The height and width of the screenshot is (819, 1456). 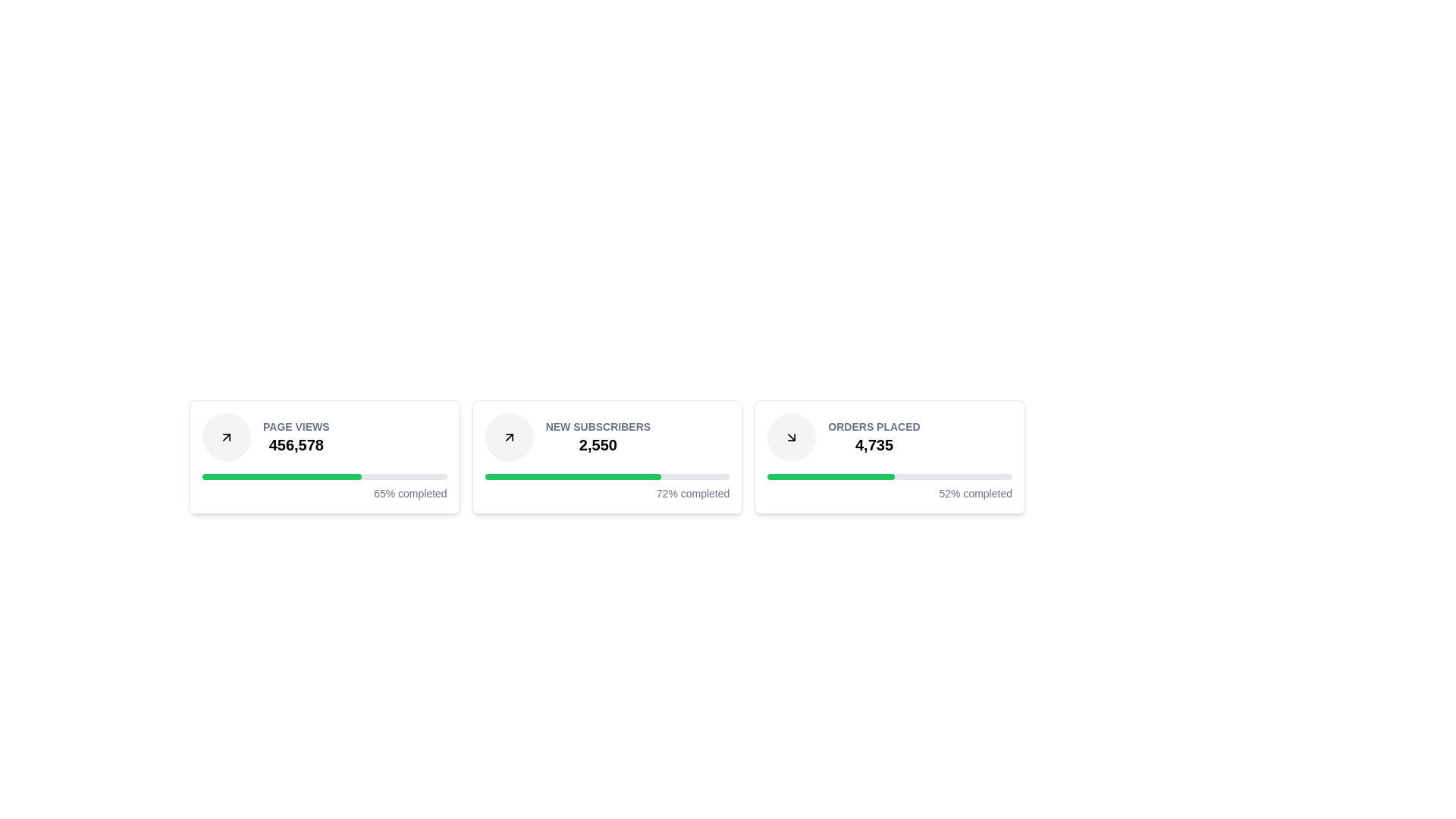 I want to click on the Text label that indicates 'New Subscribers', located above the numerical value '2,550' within the central card of three horizontally aligned cards, so click(x=597, y=427).